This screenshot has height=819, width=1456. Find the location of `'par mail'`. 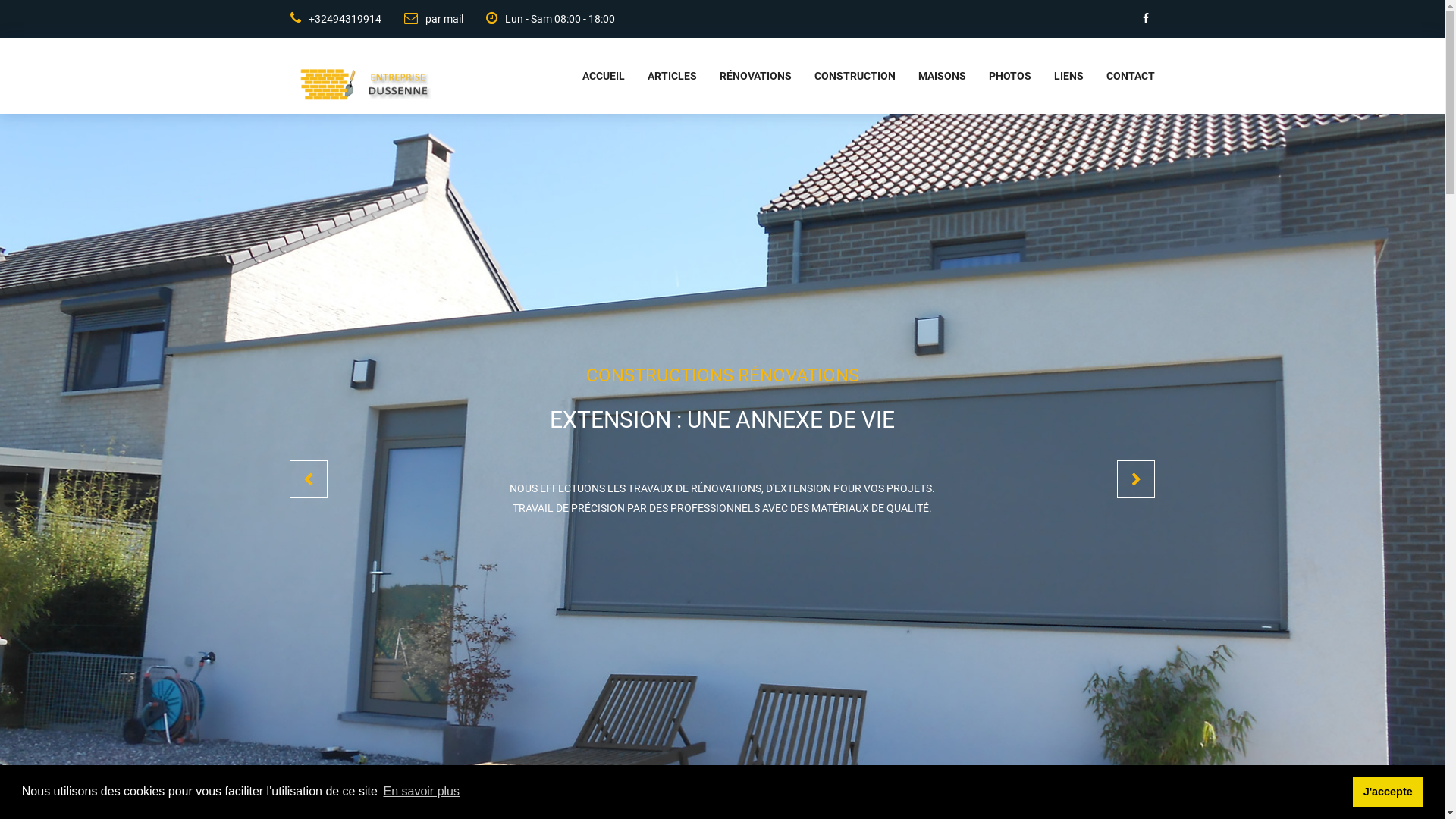

'par mail' is located at coordinates (422, 18).